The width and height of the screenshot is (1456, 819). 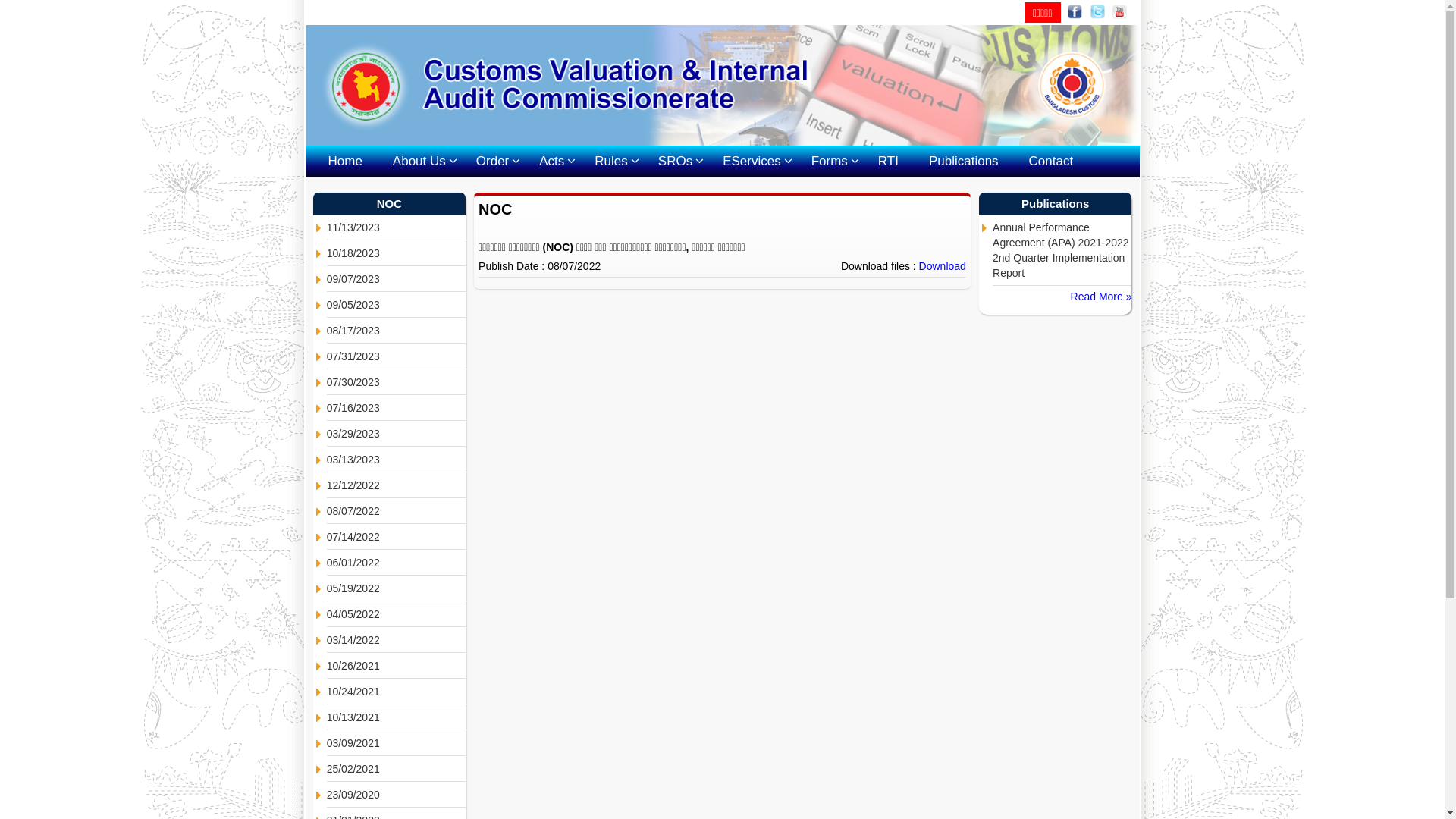 What do you see at coordinates (396, 253) in the screenshot?
I see `'10/18/2023'` at bounding box center [396, 253].